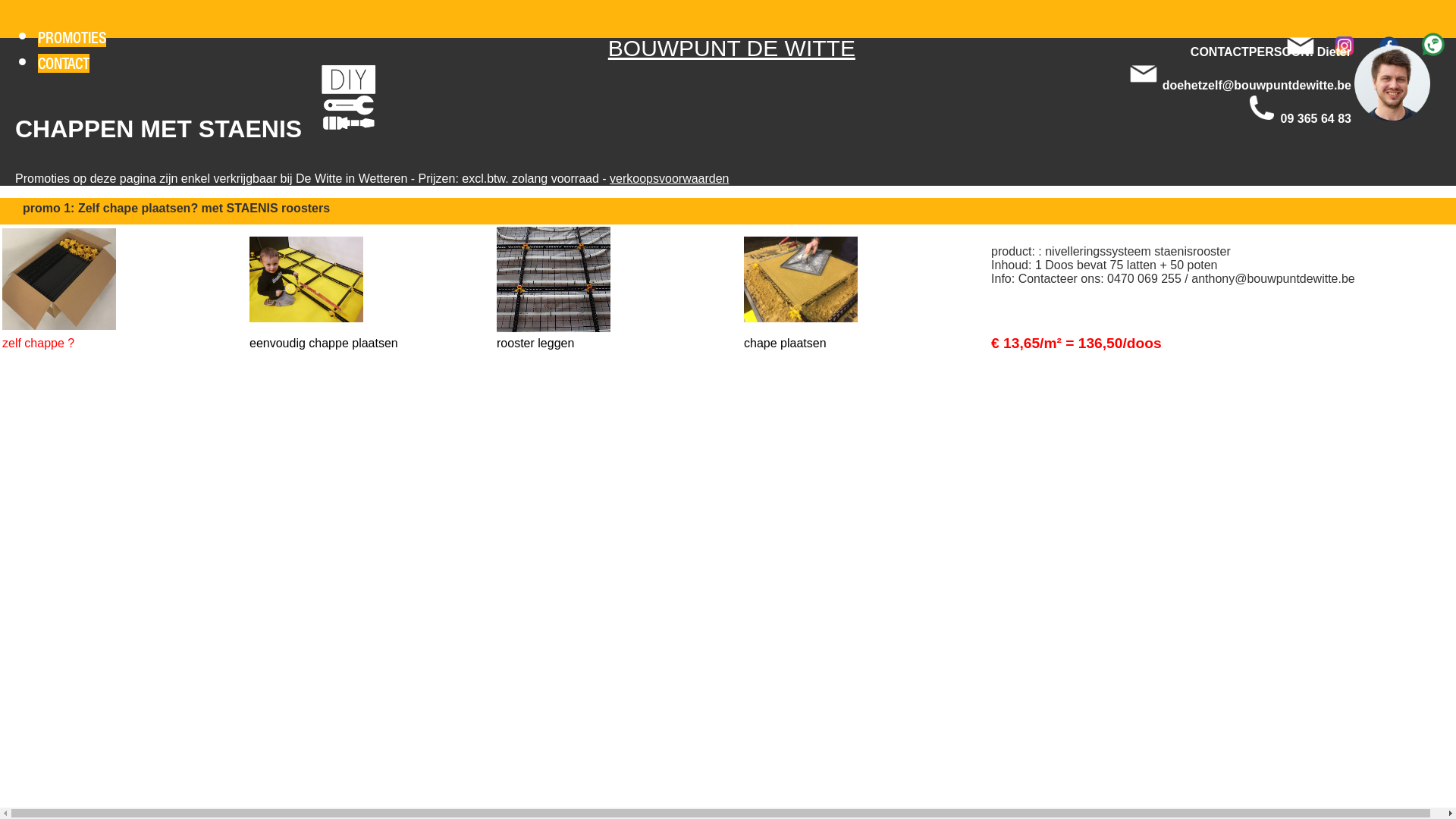  Describe the element at coordinates (668, 177) in the screenshot. I see `'verkoopsvoorwaarden'` at that location.